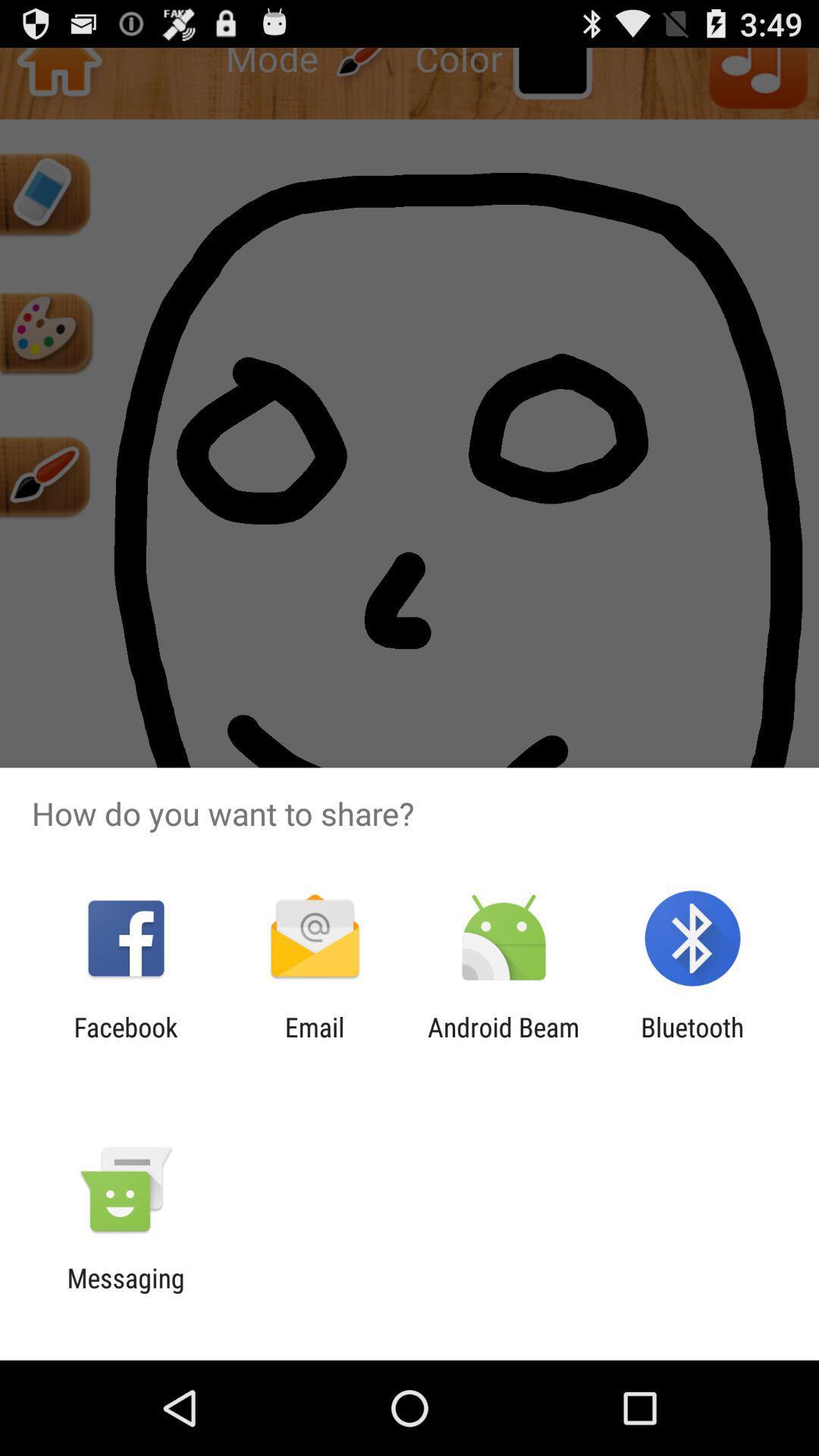 Image resolution: width=819 pixels, height=1456 pixels. What do you see at coordinates (692, 1042) in the screenshot?
I see `app at the bottom right corner` at bounding box center [692, 1042].